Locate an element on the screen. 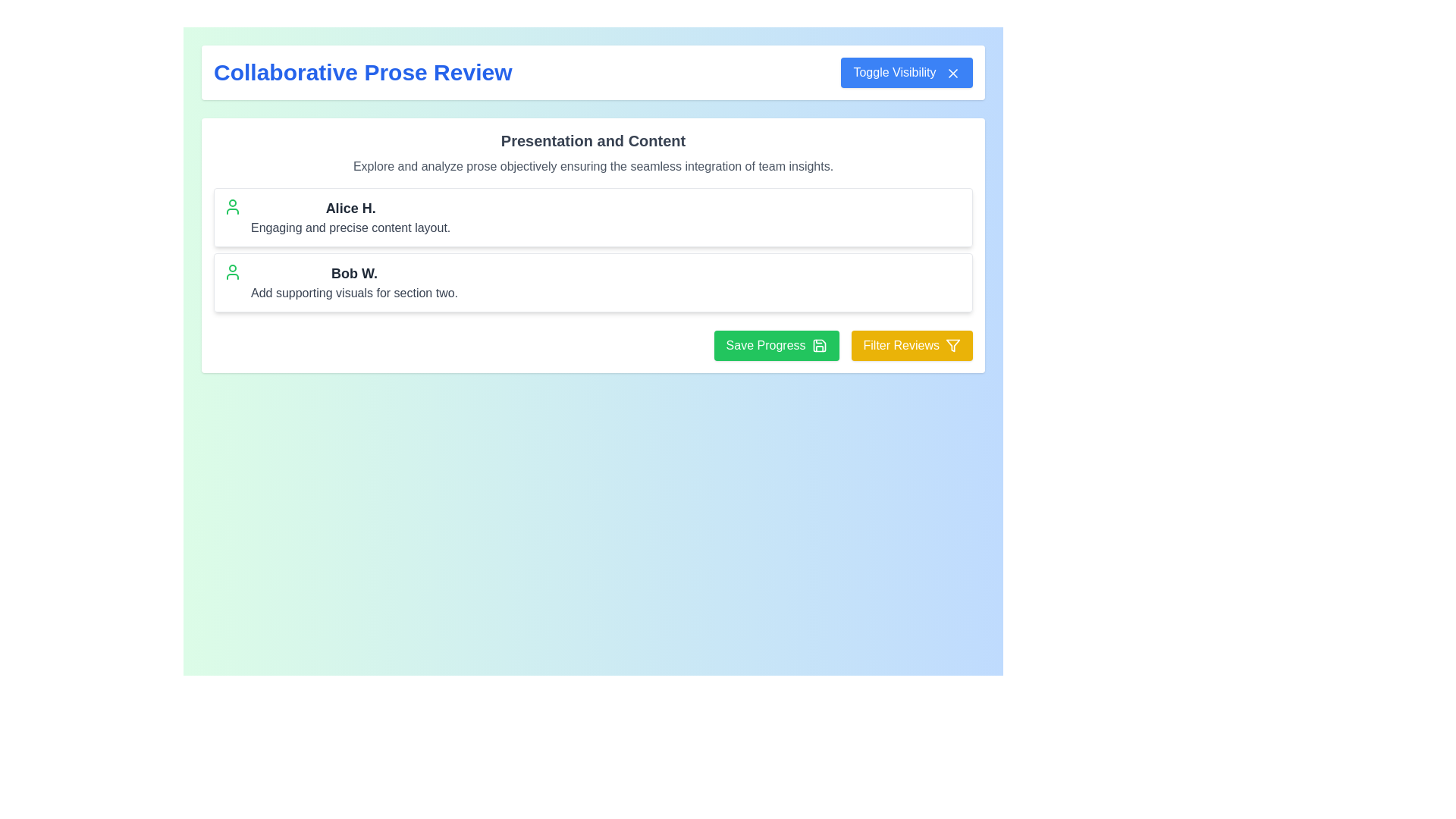  the static text content that provides a descriptive statement below the heading 'Presentation and Content' in the panel is located at coordinates (592, 166).